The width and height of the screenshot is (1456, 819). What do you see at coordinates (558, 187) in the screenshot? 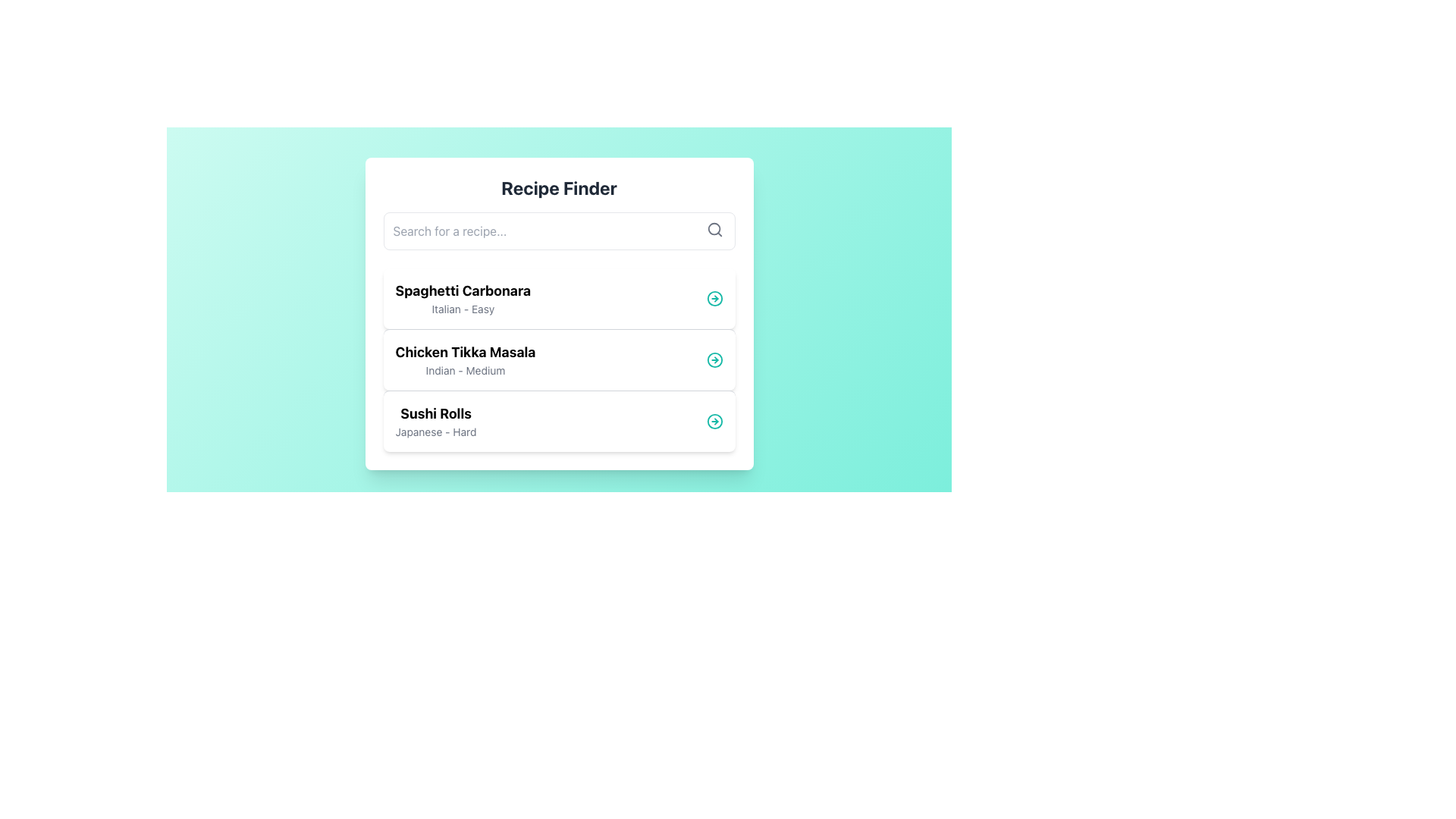
I see `the 'Recipe Finder' text label, which is a bold heading centered at the top of a card with a white background` at bounding box center [558, 187].